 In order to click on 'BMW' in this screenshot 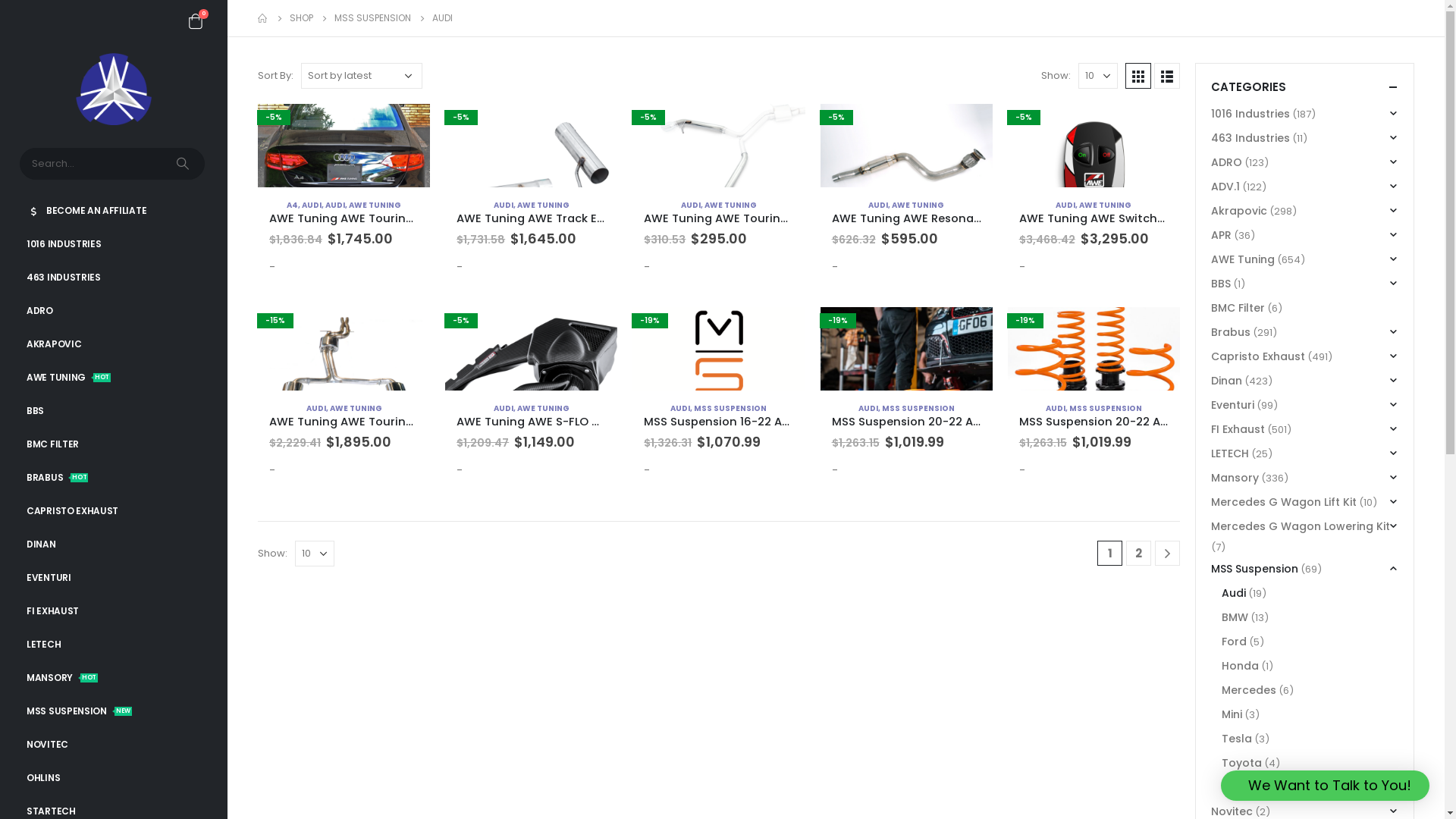, I will do `click(1235, 617)`.